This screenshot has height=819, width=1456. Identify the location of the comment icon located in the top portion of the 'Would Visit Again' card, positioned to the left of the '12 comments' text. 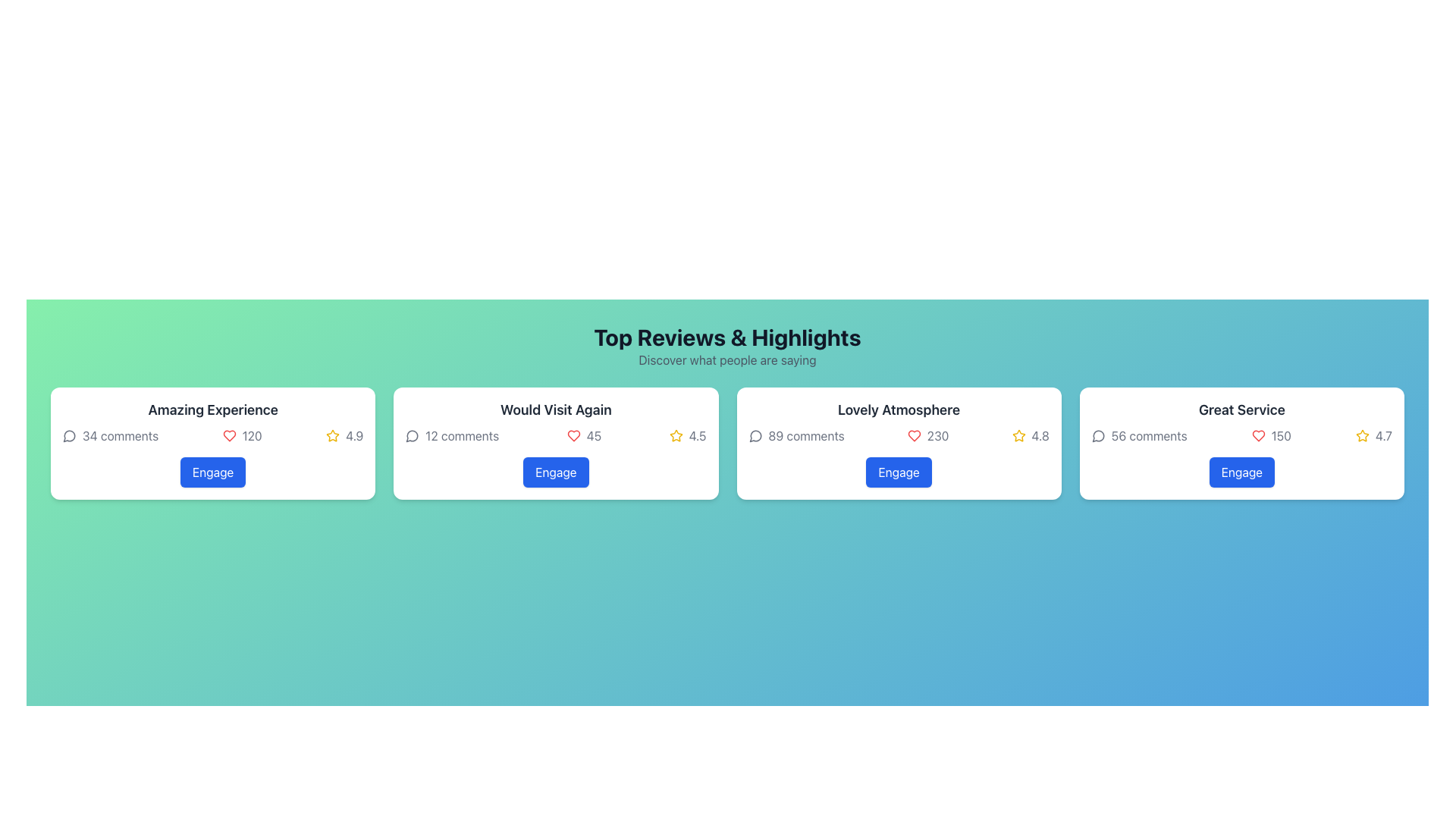
(413, 435).